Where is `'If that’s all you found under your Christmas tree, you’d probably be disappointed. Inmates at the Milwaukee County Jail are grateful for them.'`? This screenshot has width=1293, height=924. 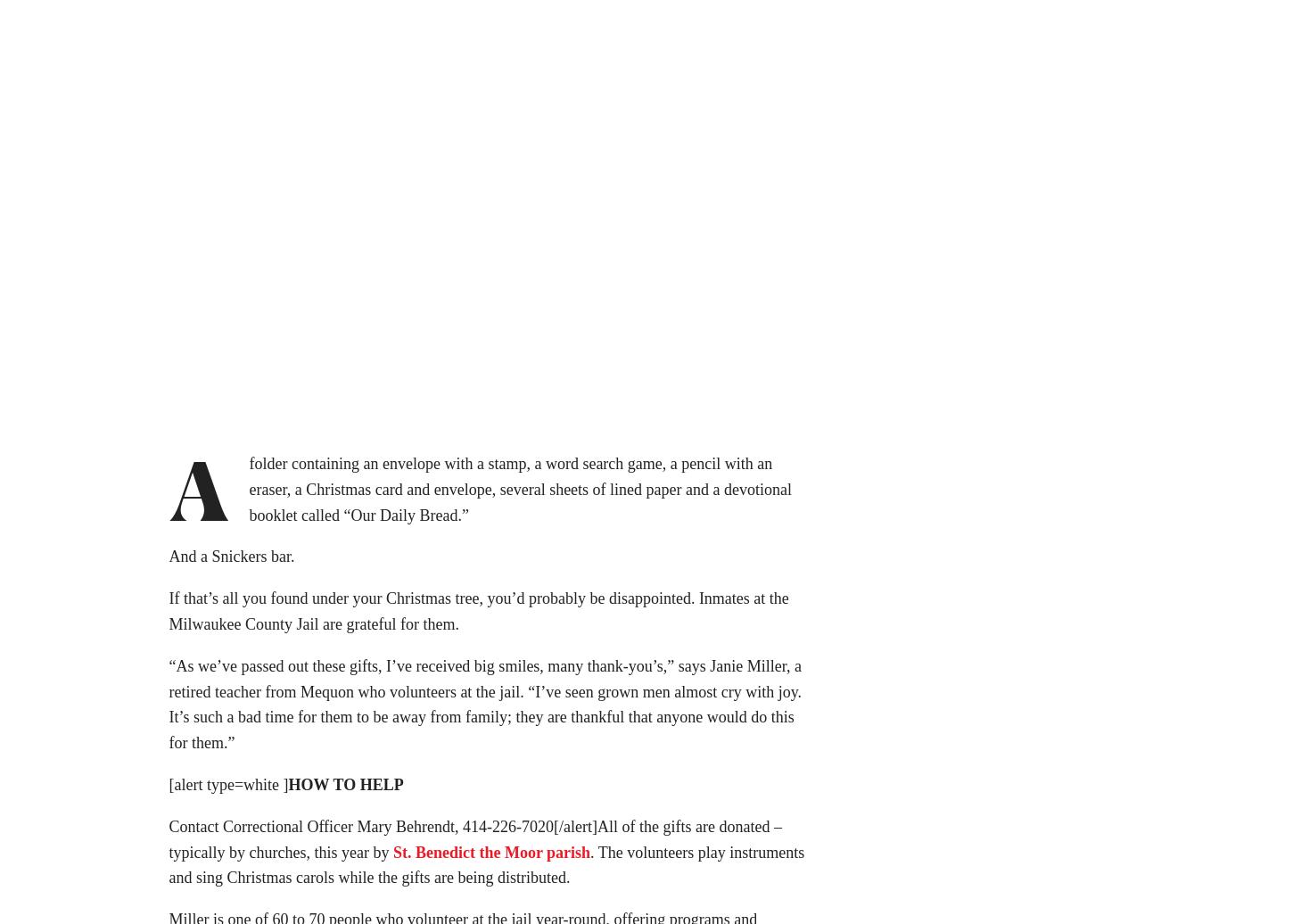
'If that’s all you found under your Christmas tree, you’d probably be disappointed. Inmates at the Milwaukee County Jail are grateful for them.' is located at coordinates (167, 616).